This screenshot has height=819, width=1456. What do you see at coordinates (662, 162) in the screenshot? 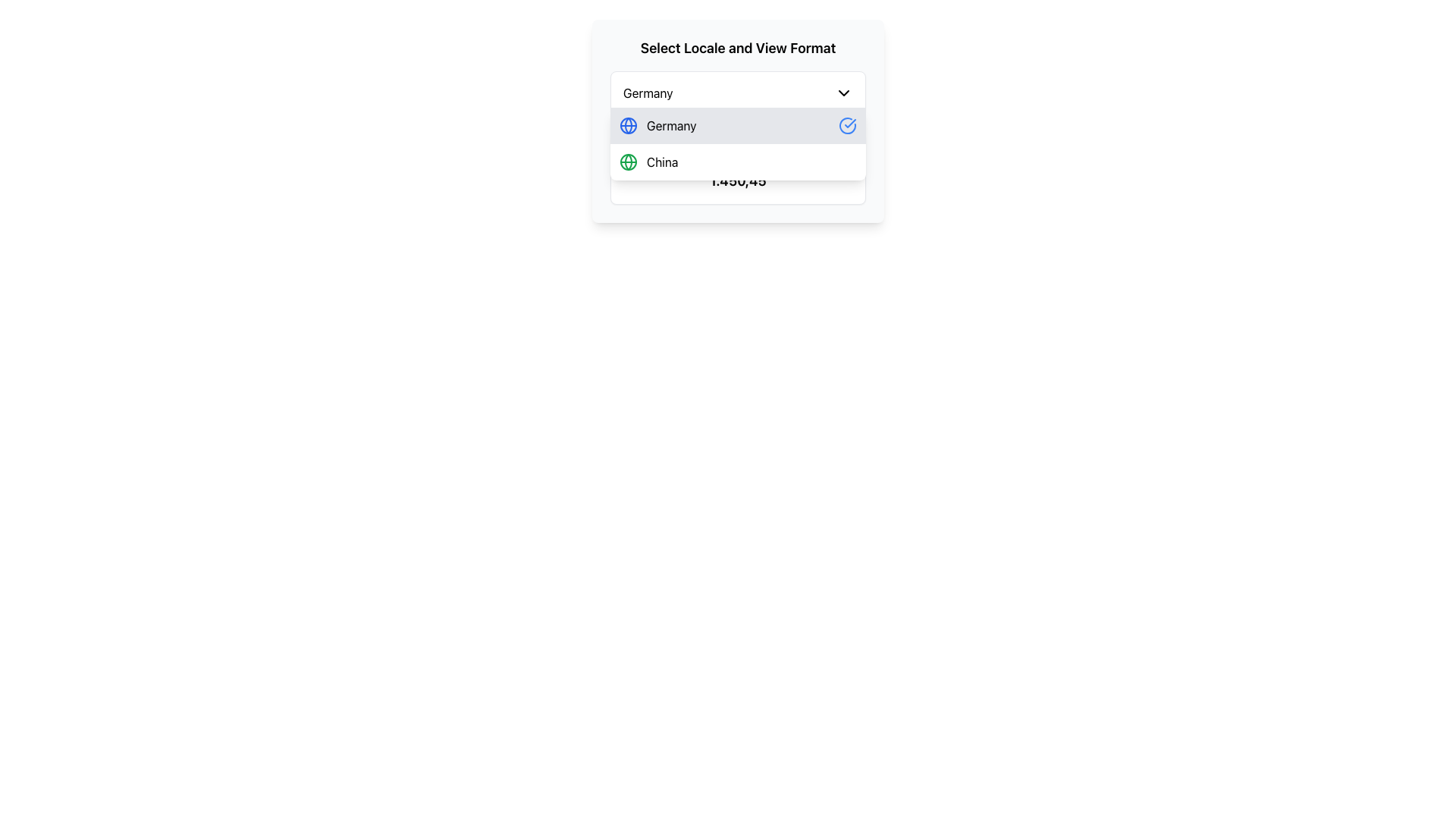
I see `the 'China' option in the dropdown menu, which is the second entry below 'Germany' and has a globe icon to its left` at bounding box center [662, 162].